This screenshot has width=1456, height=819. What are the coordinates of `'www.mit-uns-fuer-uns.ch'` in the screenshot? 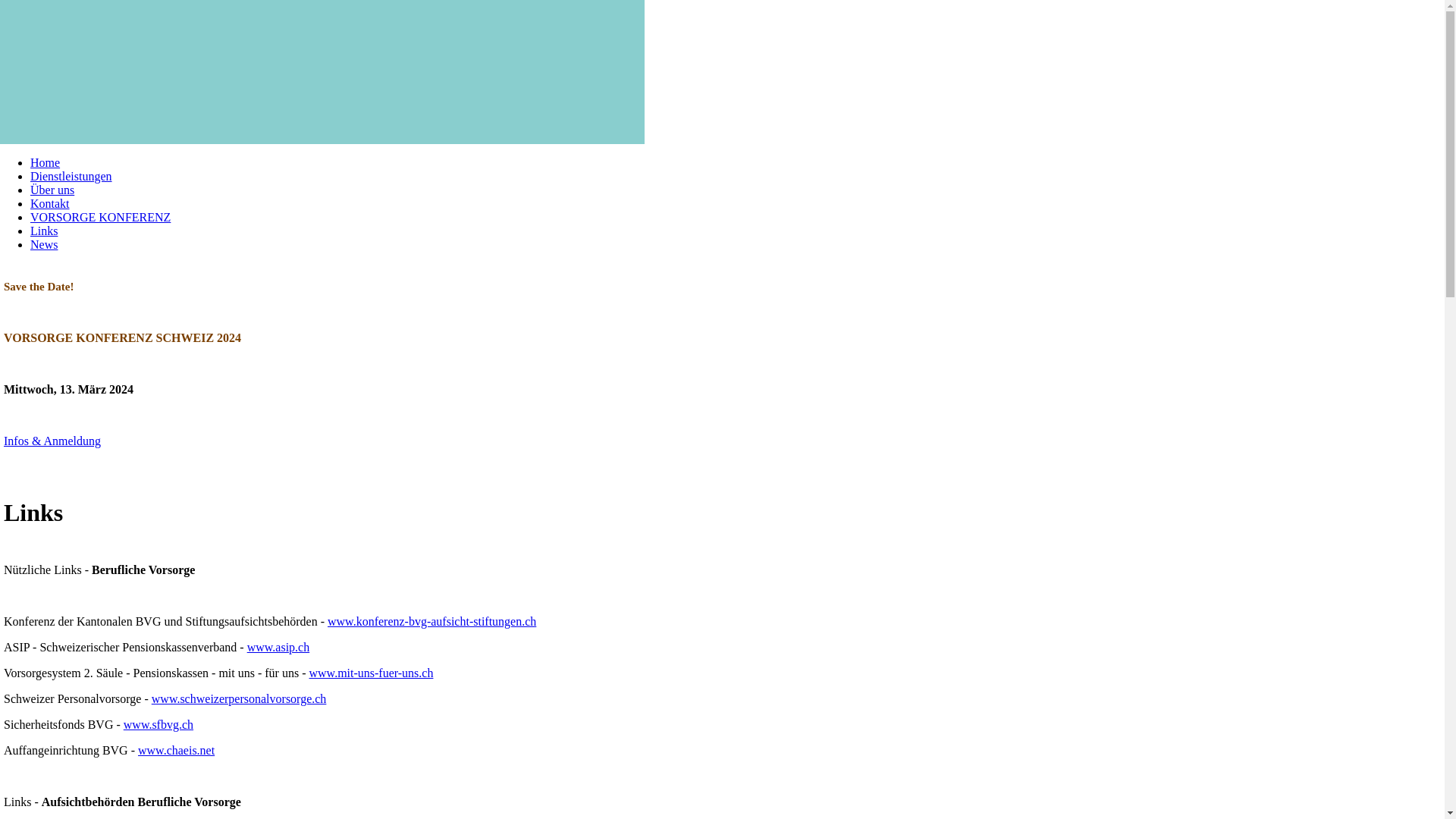 It's located at (371, 672).